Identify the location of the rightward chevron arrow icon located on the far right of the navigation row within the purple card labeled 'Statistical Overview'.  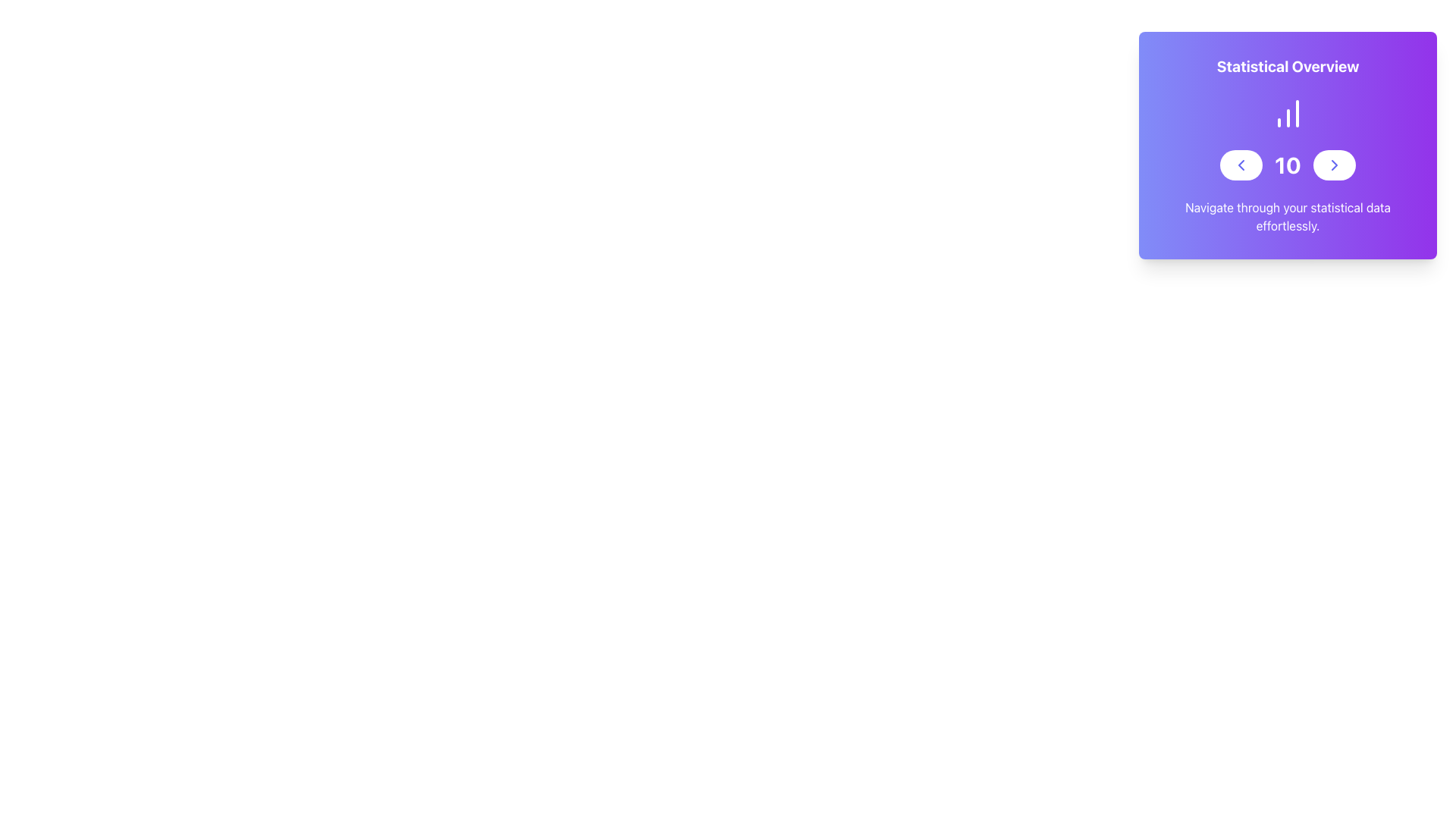
(1333, 165).